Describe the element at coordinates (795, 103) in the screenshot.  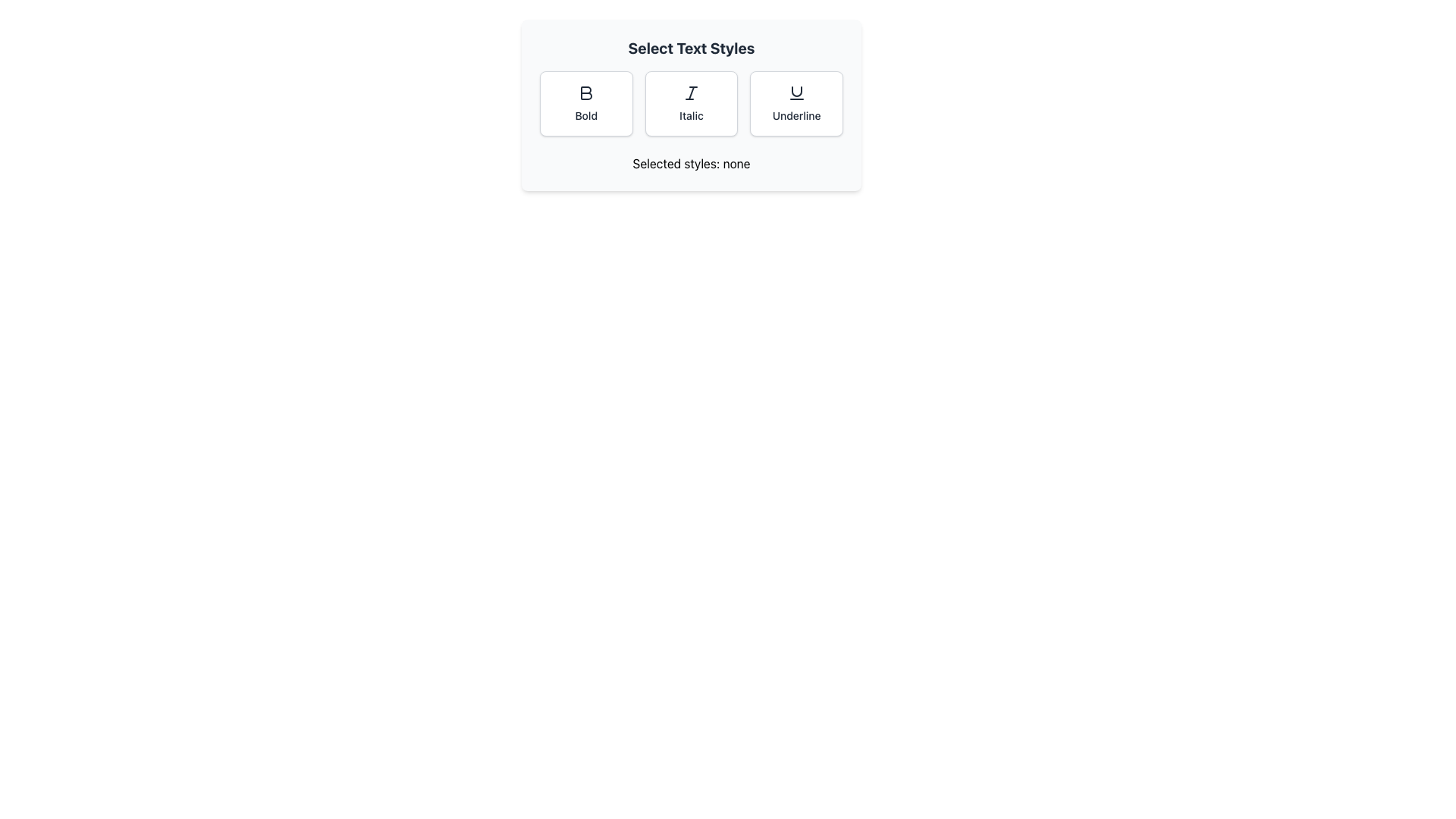
I see `the underline button located on the far right of the button layout in the text editor to apply underline styling to the selected text` at that location.